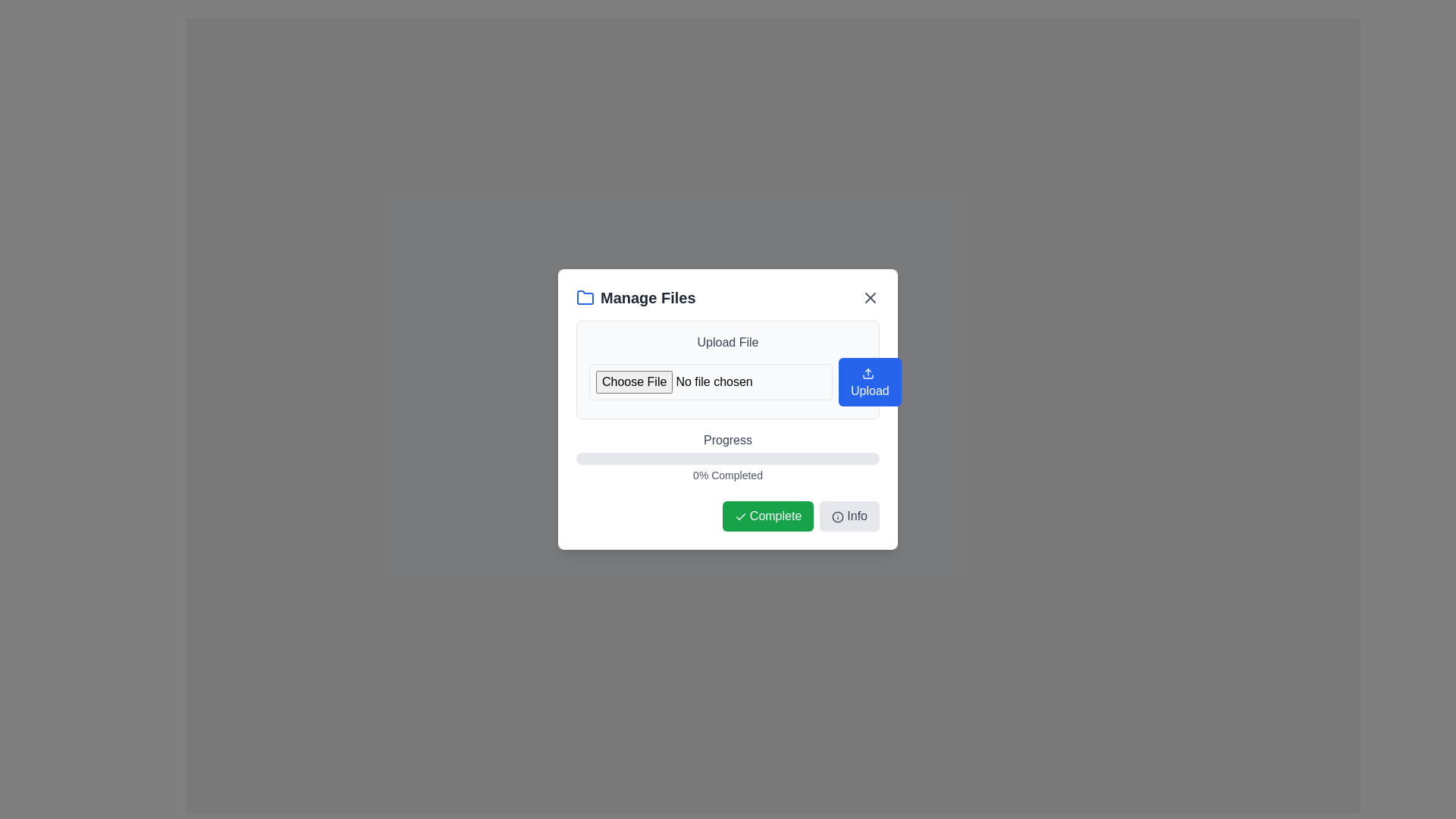  I want to click on the 'Manage Files' text label, which is a bold and large font styled text prominently positioned at the top of a modal window, adjacent to a folder icon, so click(648, 298).